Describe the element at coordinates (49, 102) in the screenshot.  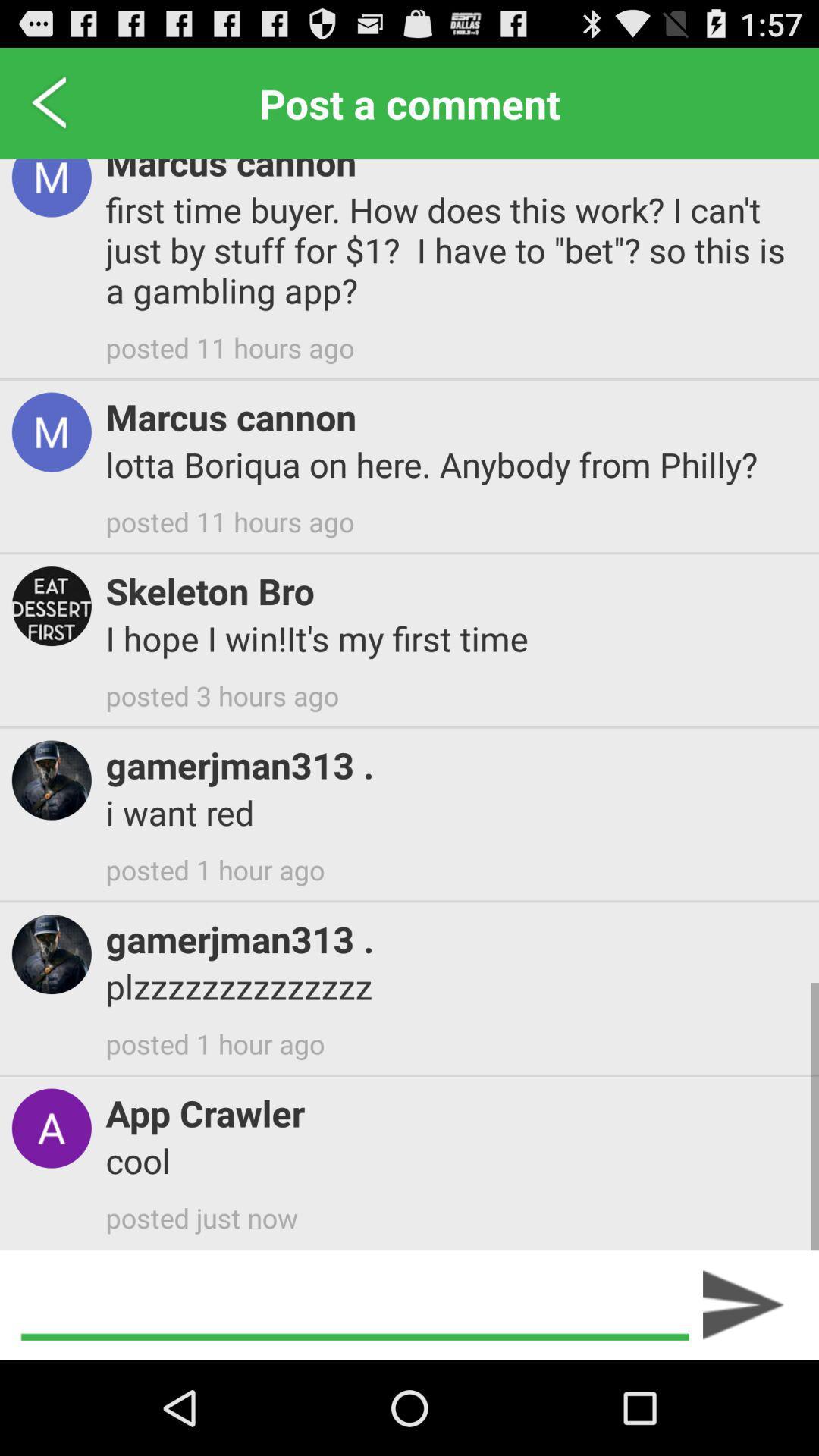
I see `icon to the left of marcus cannon` at that location.